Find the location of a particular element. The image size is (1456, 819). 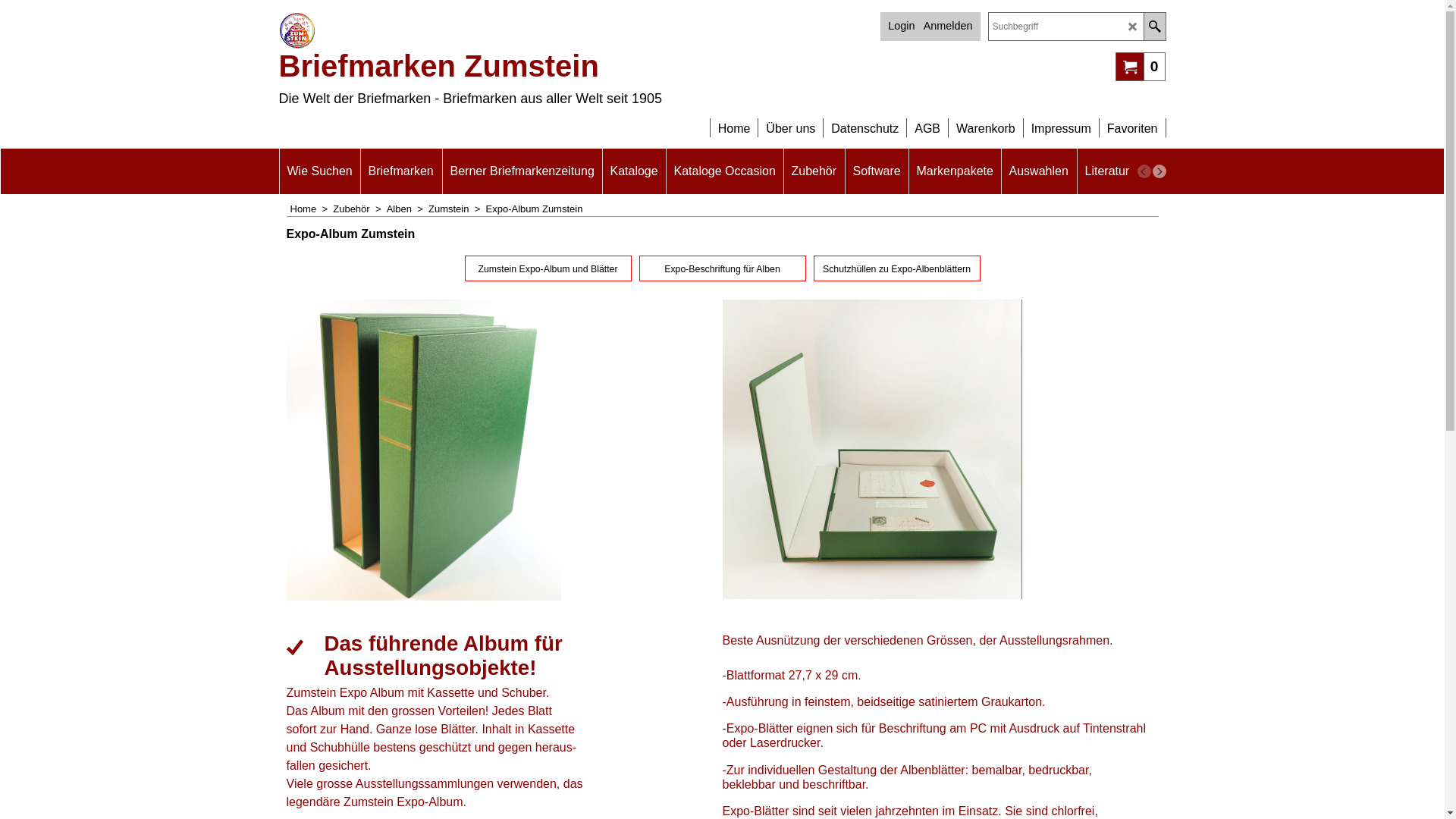

'Home' is located at coordinates (734, 121).